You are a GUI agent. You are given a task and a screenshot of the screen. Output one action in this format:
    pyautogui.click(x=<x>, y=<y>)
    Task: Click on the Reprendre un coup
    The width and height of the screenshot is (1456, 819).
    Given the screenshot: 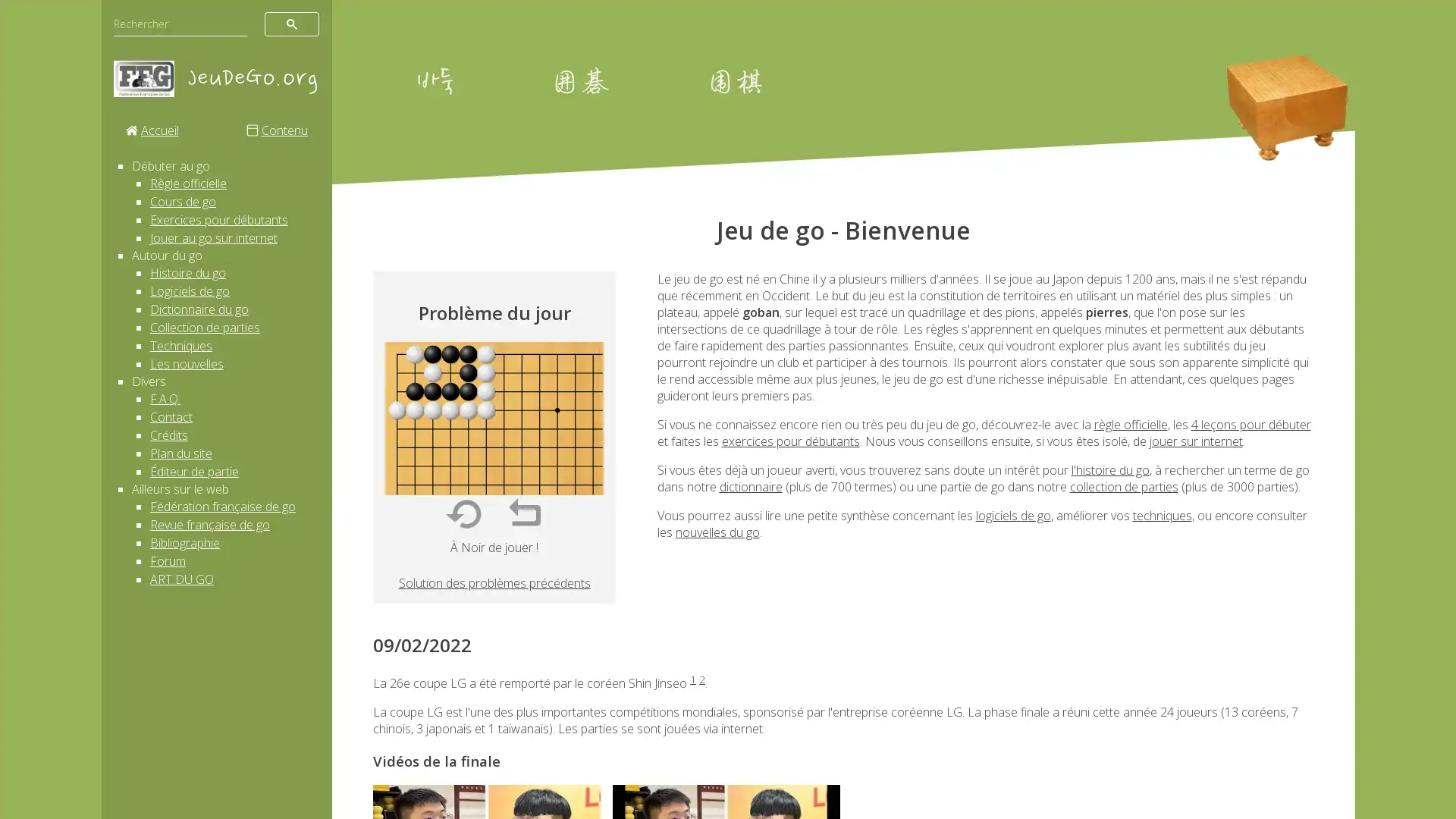 What is the action you would take?
    pyautogui.click(x=524, y=513)
    